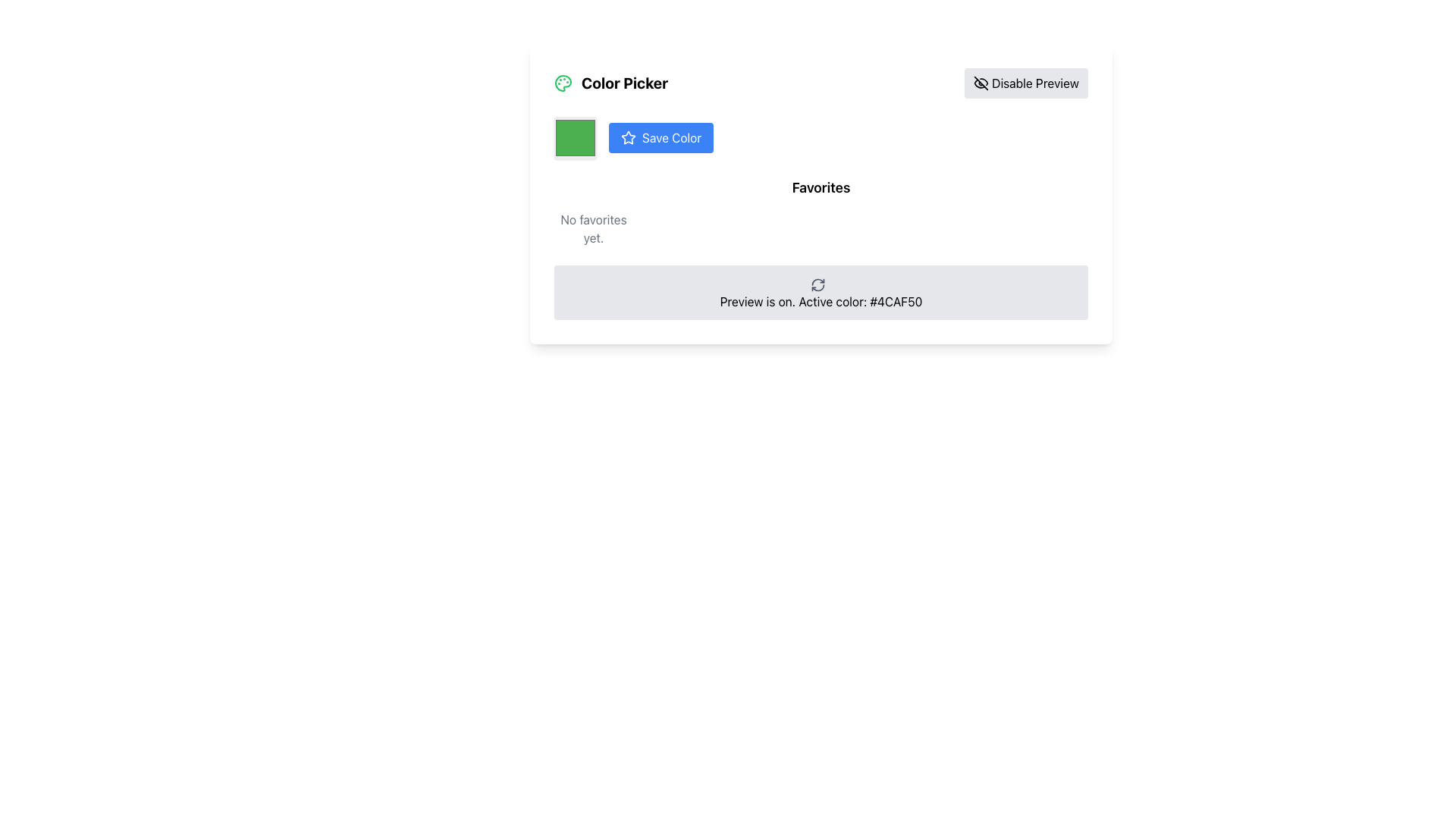 The width and height of the screenshot is (1456, 819). I want to click on the top-left curved line segment of the circular arrow icon, which is represented by a simple gray stroke, so click(817, 281).